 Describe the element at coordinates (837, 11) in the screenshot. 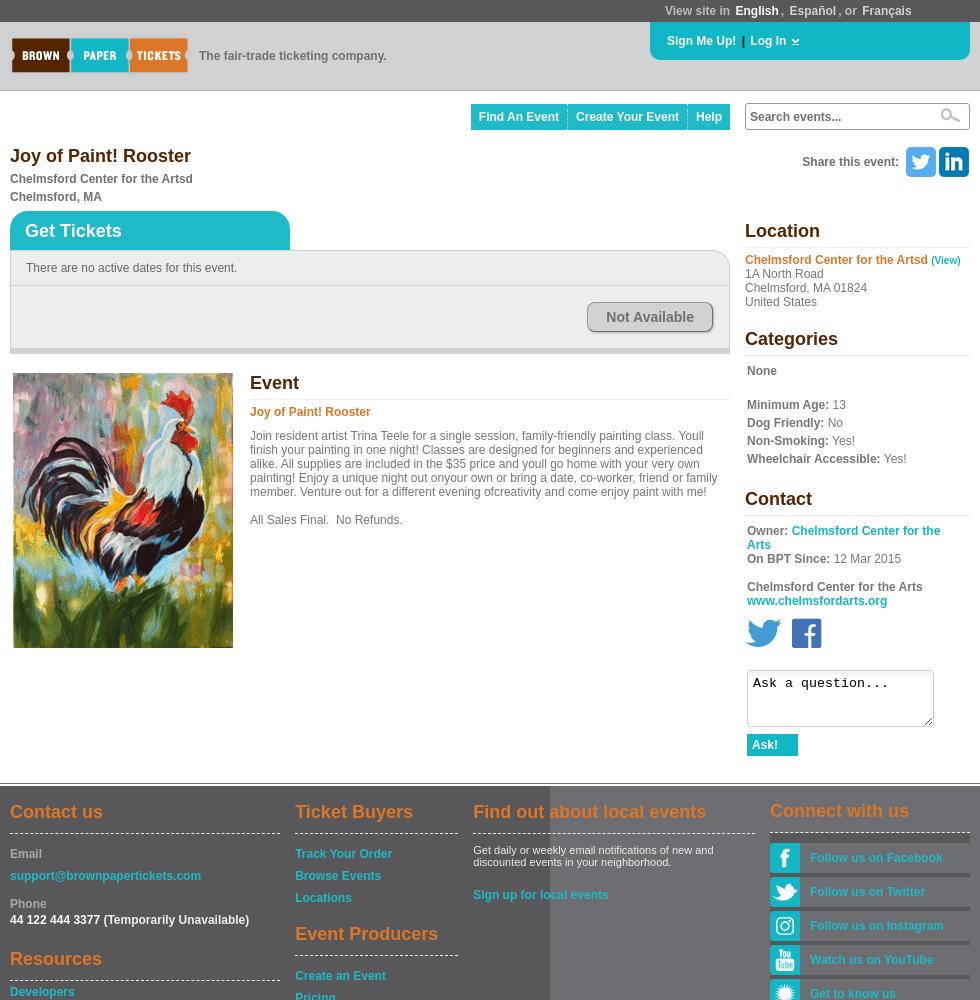

I see `', or'` at that location.